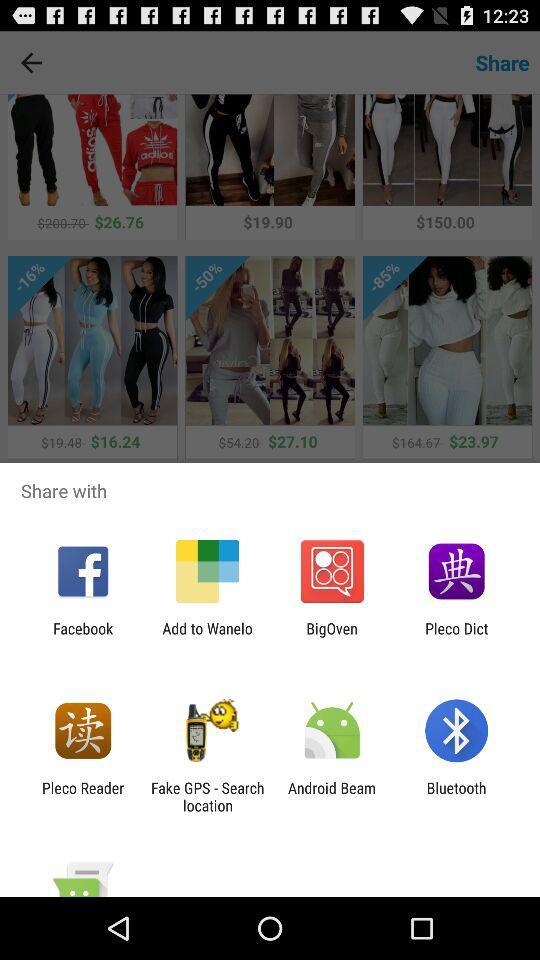 This screenshot has height=960, width=540. I want to click on the app to the left of pleco dict app, so click(332, 636).